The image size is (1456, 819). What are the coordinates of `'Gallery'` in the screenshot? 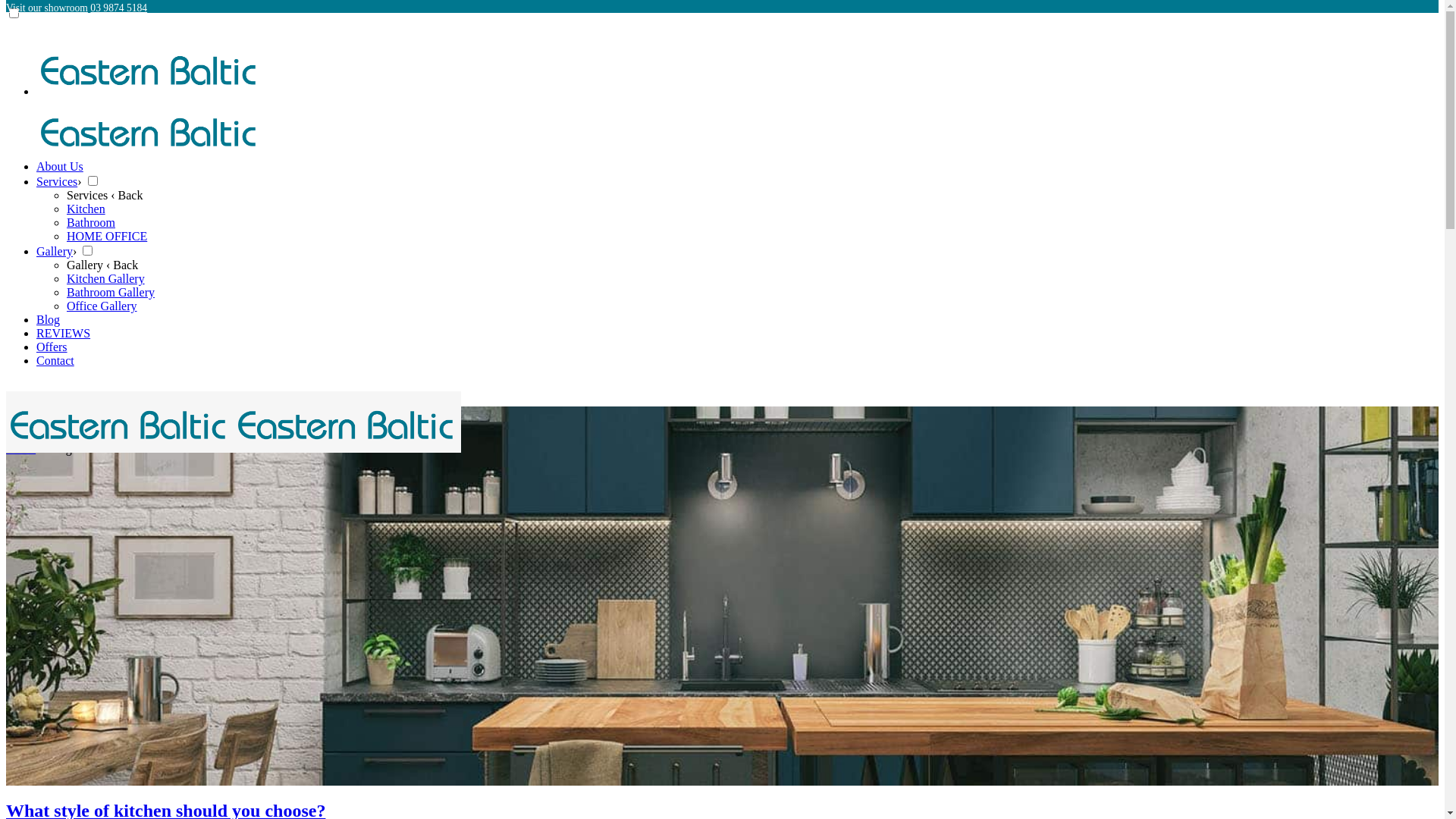 It's located at (36, 250).